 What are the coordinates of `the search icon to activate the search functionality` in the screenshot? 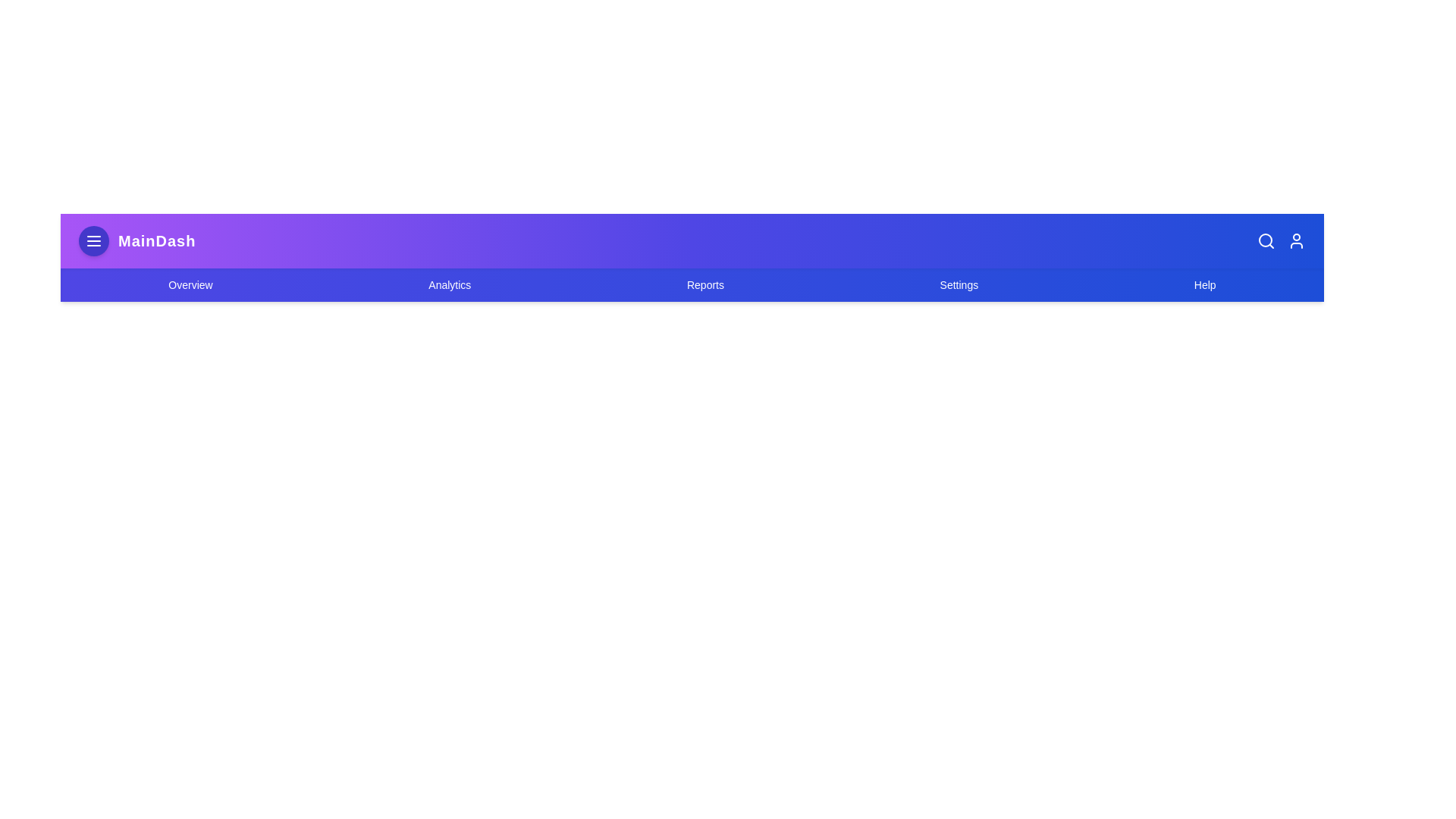 It's located at (1266, 240).